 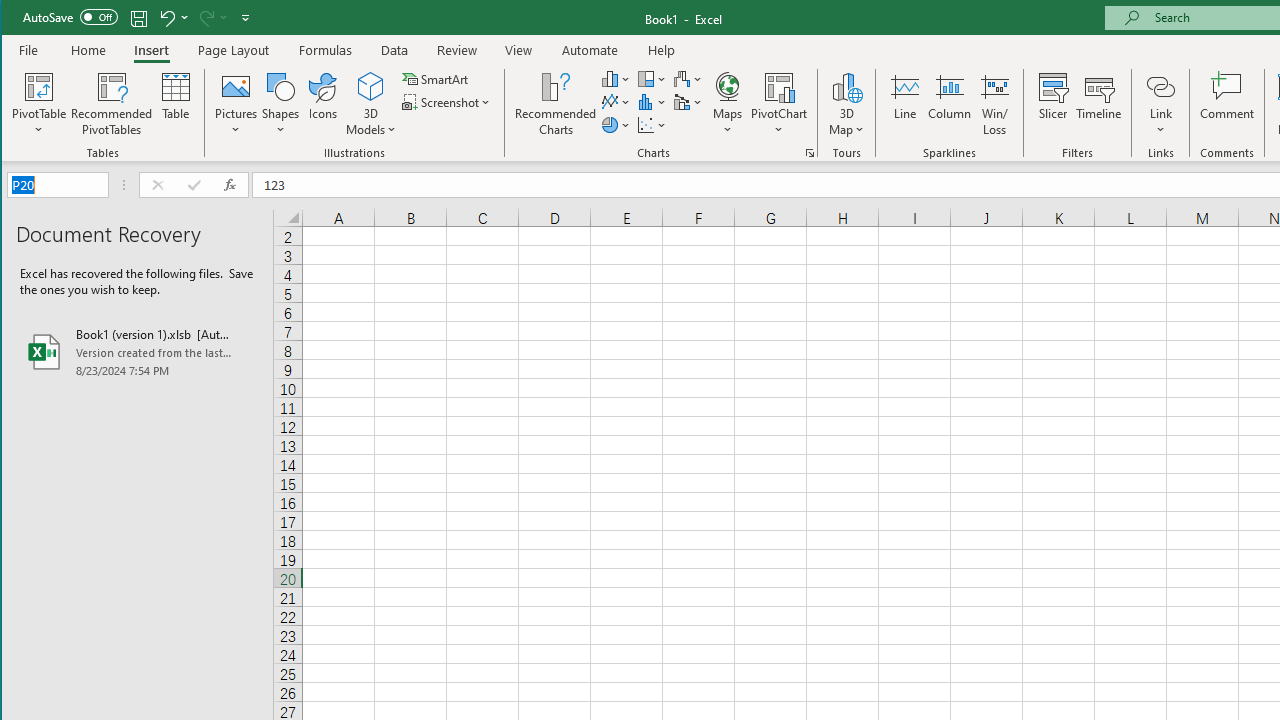 What do you see at coordinates (778, 104) in the screenshot?
I see `'PivotChart'` at bounding box center [778, 104].